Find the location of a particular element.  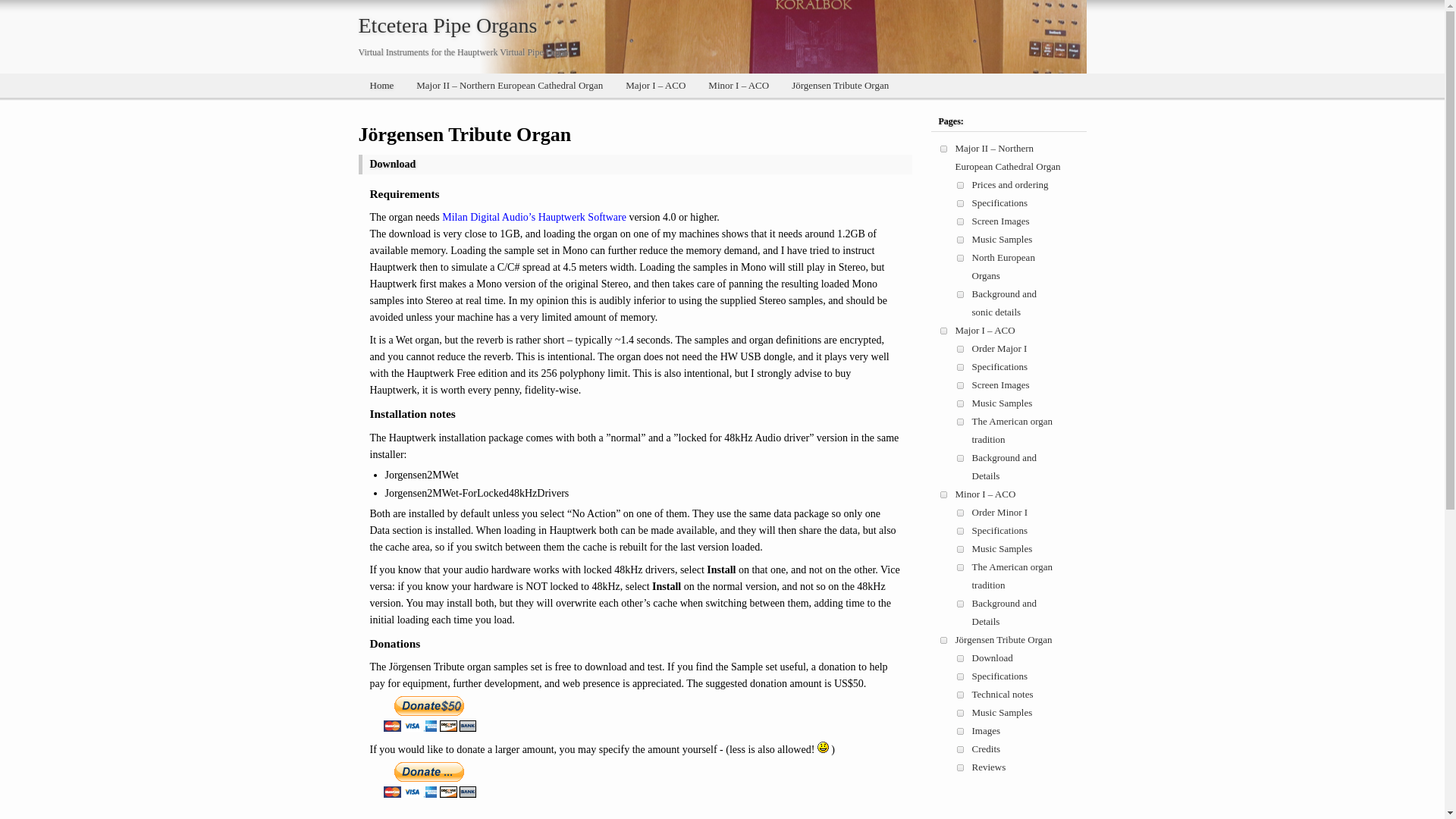

'Home' is located at coordinates (381, 85).